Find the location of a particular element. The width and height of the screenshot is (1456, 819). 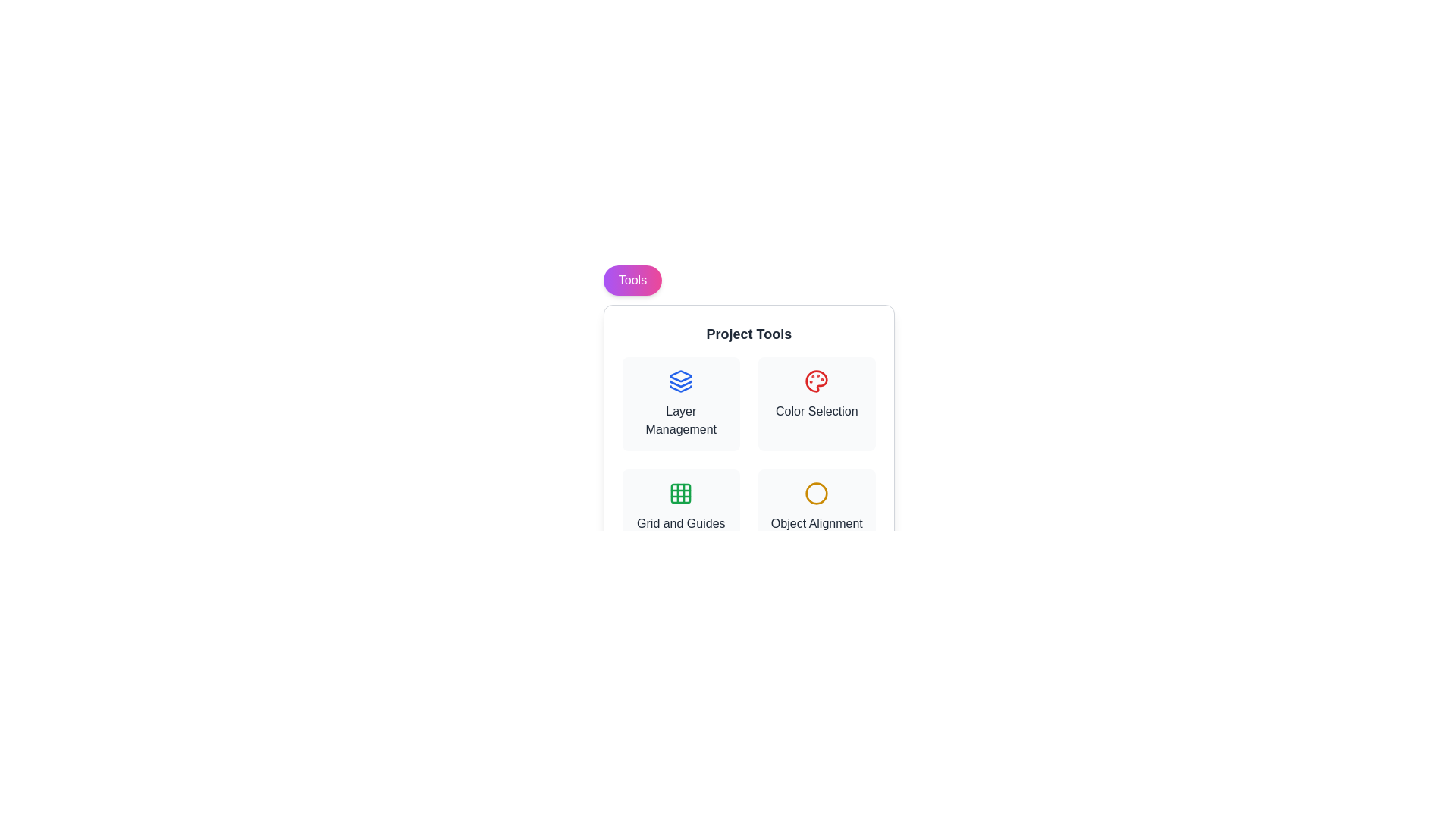

the button that toggles the context menu for 'Tools' is located at coordinates (632, 281).